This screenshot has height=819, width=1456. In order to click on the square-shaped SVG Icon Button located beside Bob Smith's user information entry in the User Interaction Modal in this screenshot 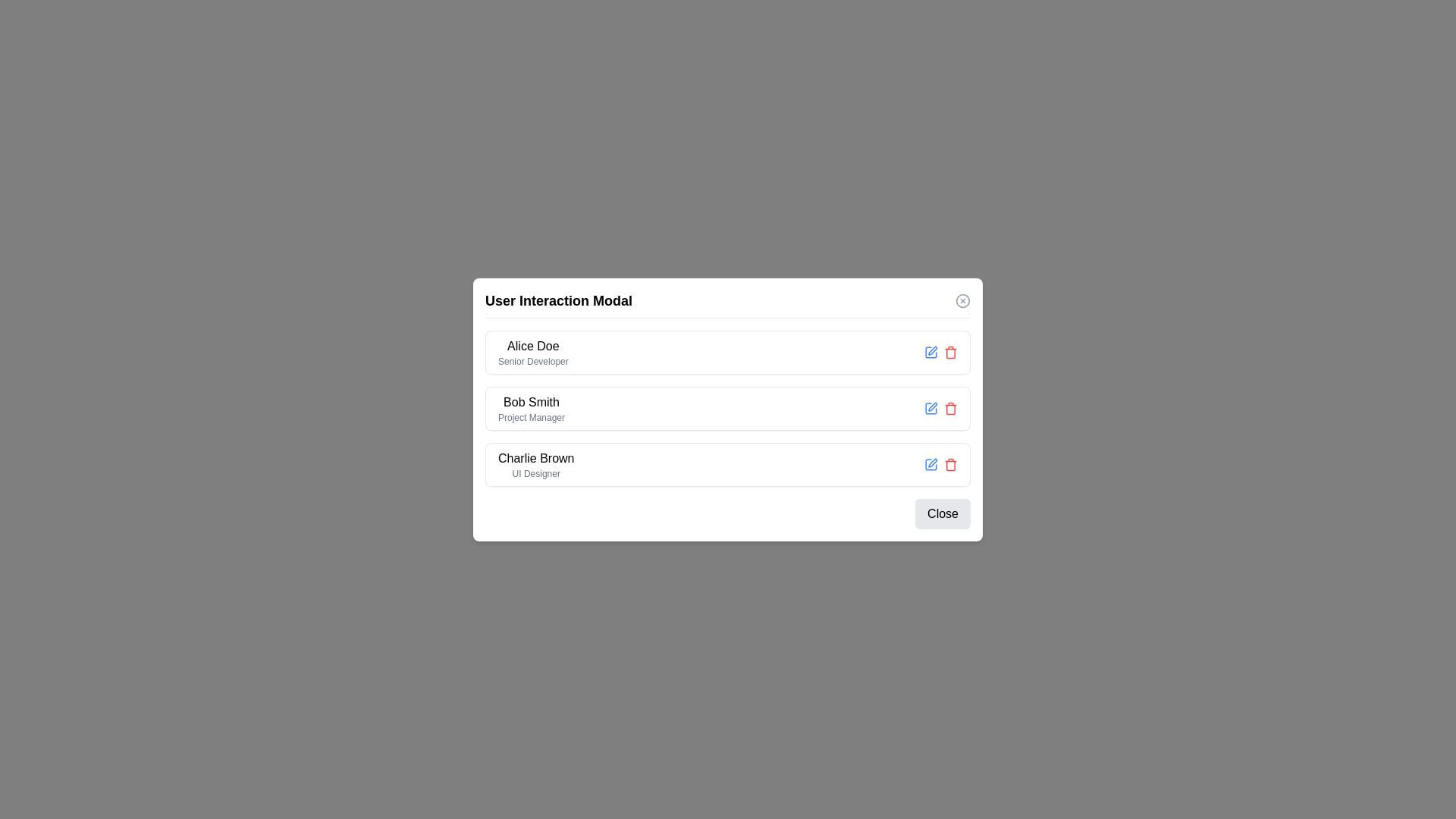, I will do `click(930, 407)`.